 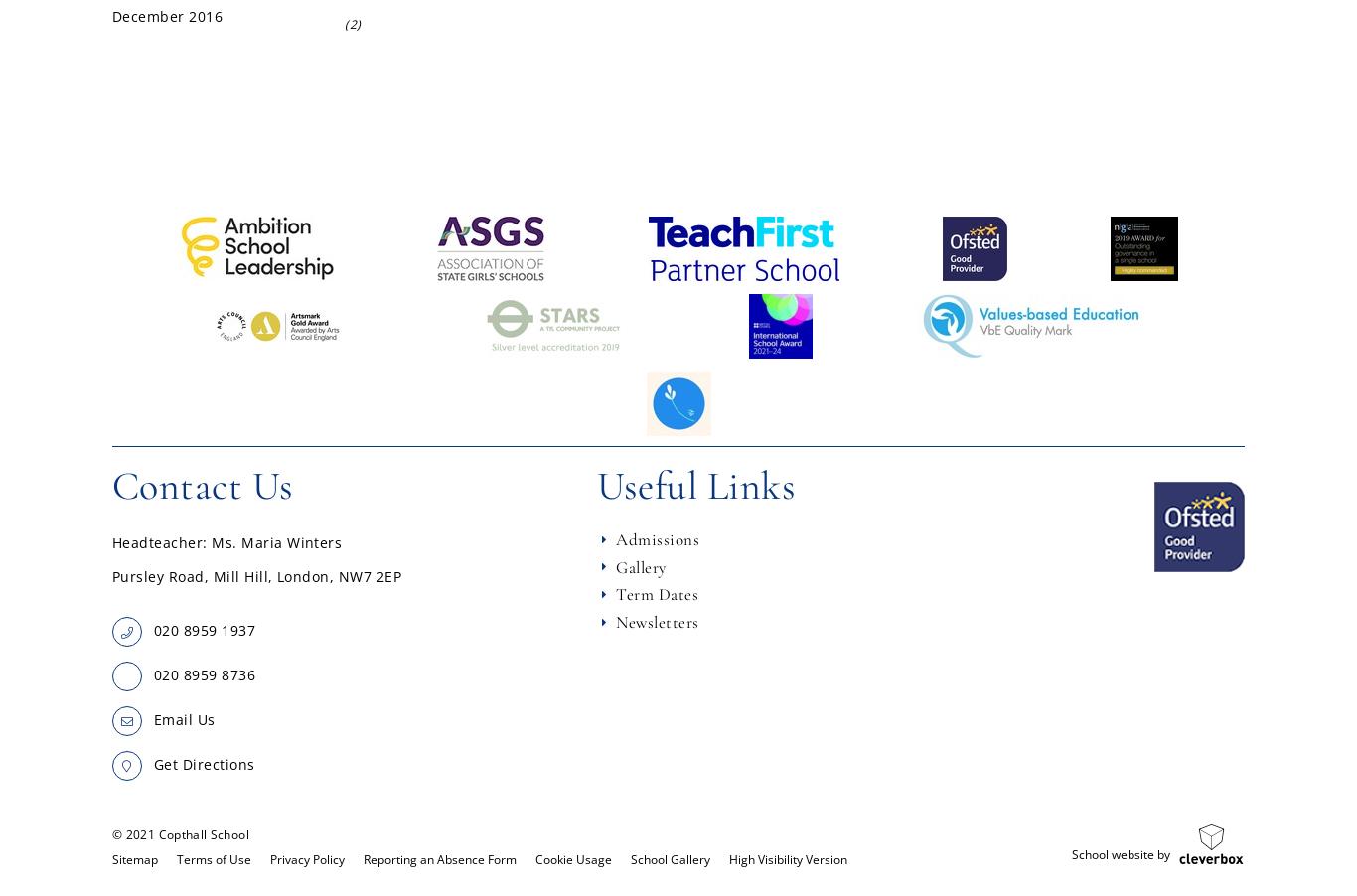 What do you see at coordinates (183, 719) in the screenshot?
I see `'Email Us'` at bounding box center [183, 719].